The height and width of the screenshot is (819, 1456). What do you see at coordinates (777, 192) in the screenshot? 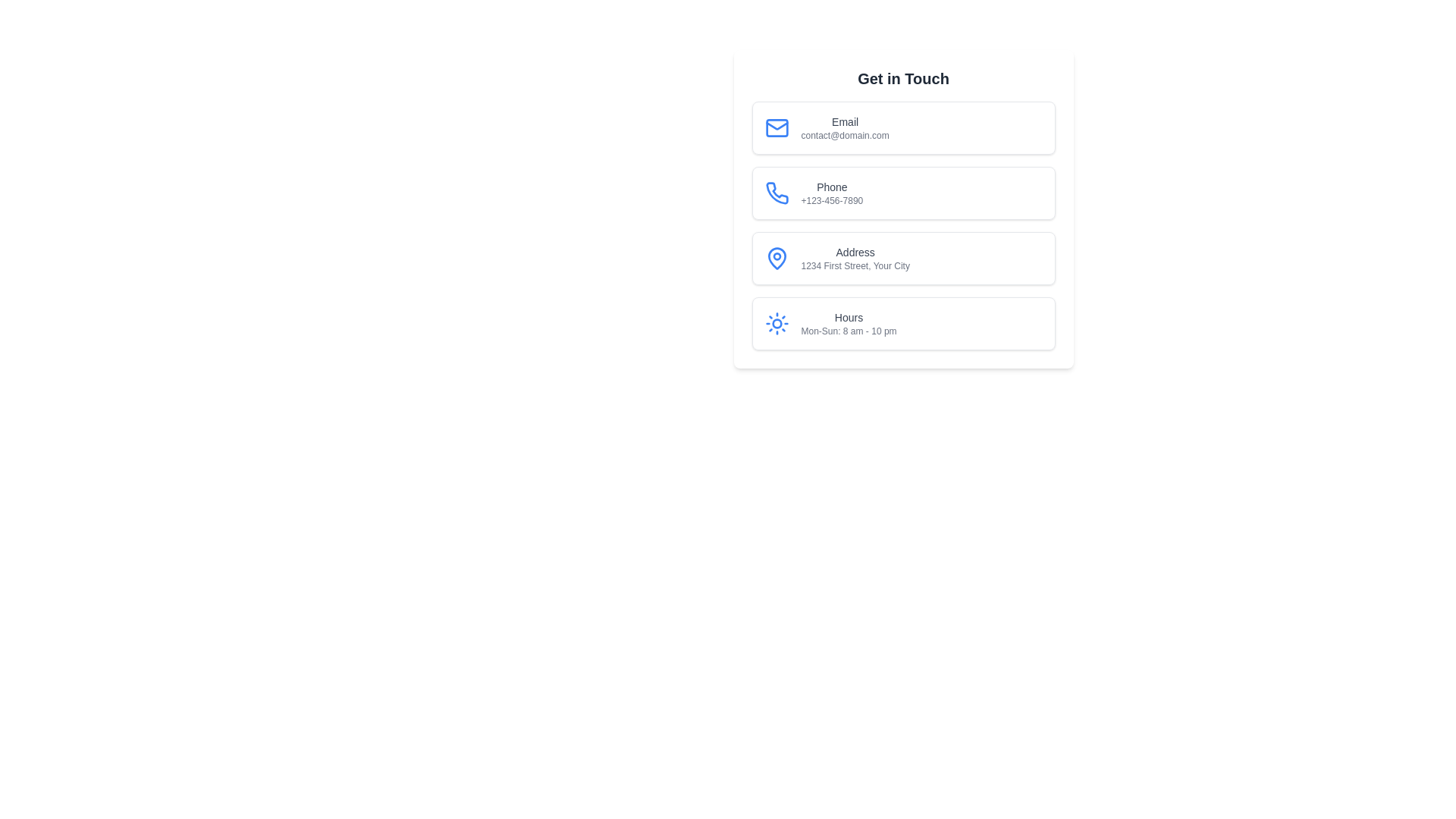
I see `the phone contact icon located in the 'Get in Touch' card, positioned between the 'Email' icon above and the 'Address' icon below` at bounding box center [777, 192].